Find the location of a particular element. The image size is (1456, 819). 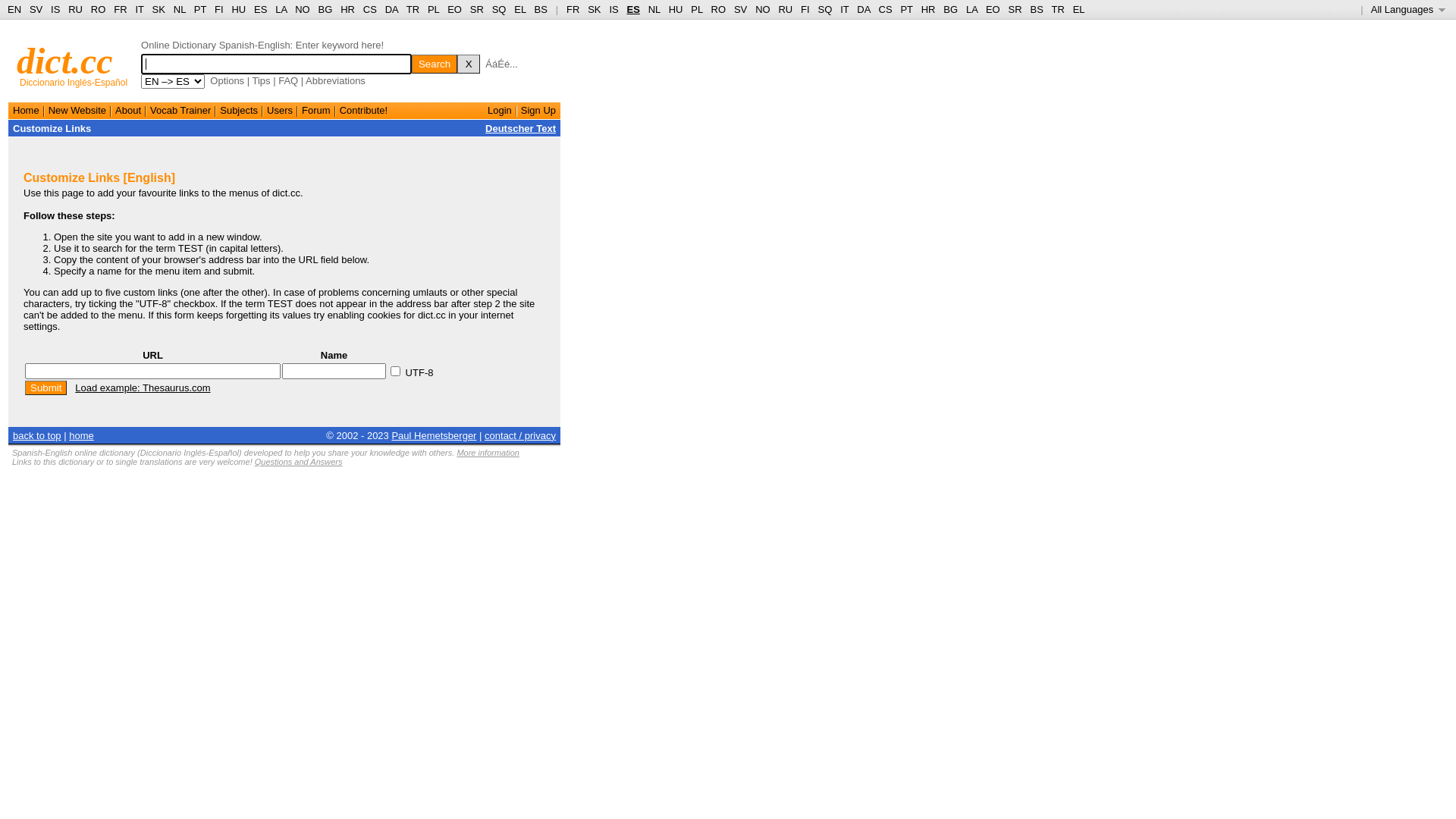

'Login' is located at coordinates (499, 109).